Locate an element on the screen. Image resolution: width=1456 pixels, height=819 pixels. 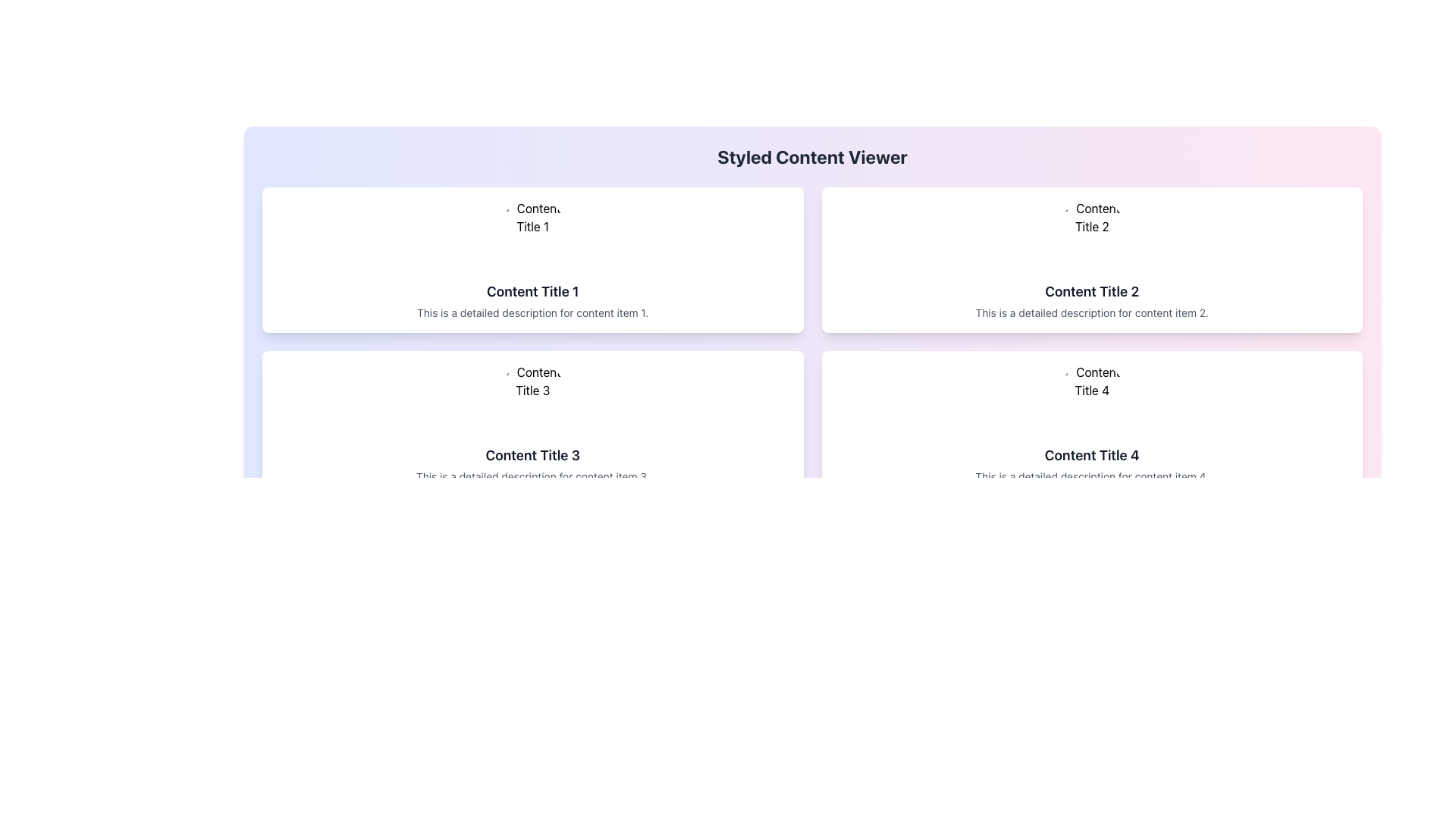
the title text located centrally within the lower-right card of a four-card grid layout is located at coordinates (1092, 455).